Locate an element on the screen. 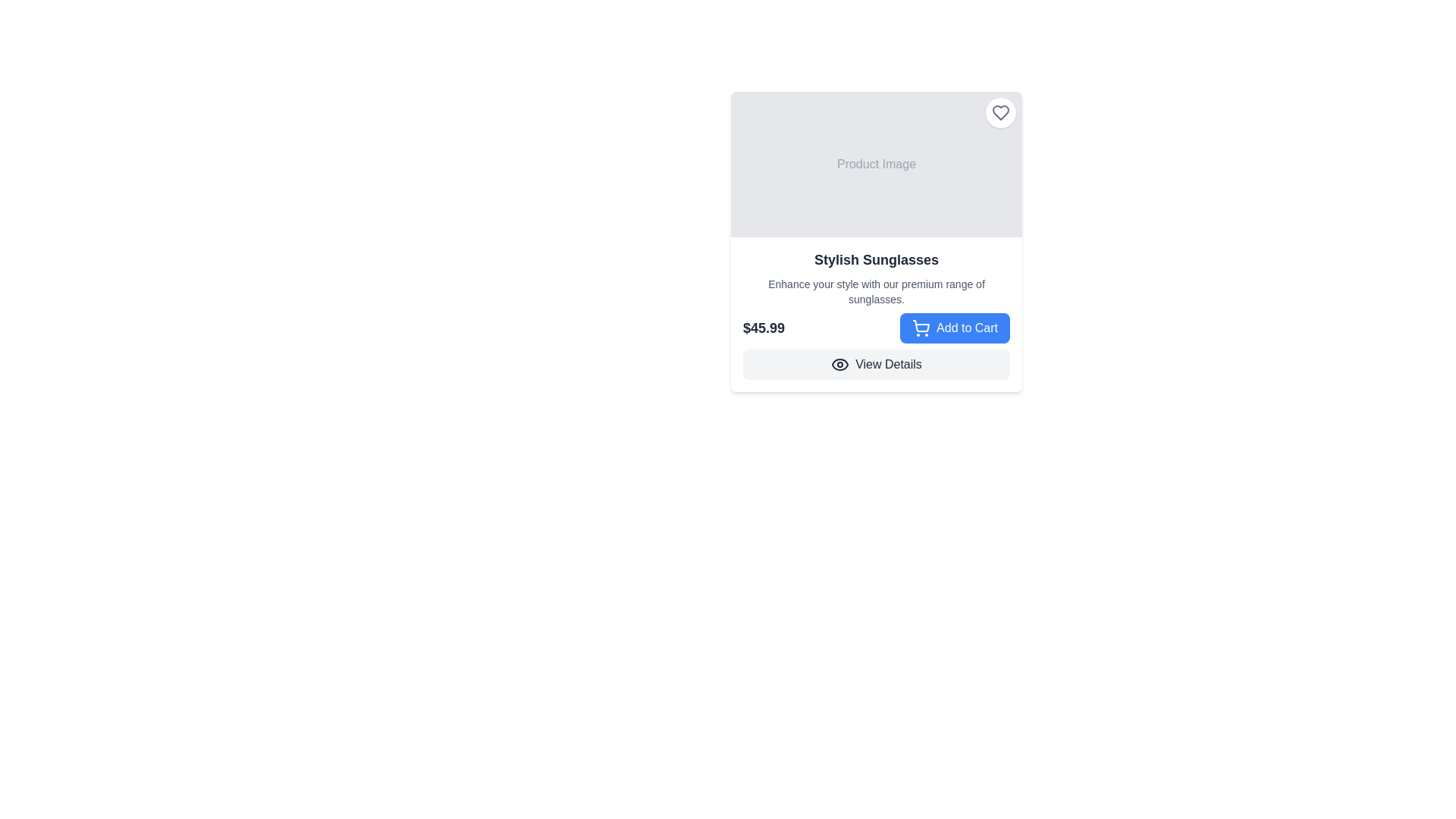 This screenshot has height=819, width=1456. the 'Add to Cart' button with a blue background and a shopping cart icon is located at coordinates (954, 327).